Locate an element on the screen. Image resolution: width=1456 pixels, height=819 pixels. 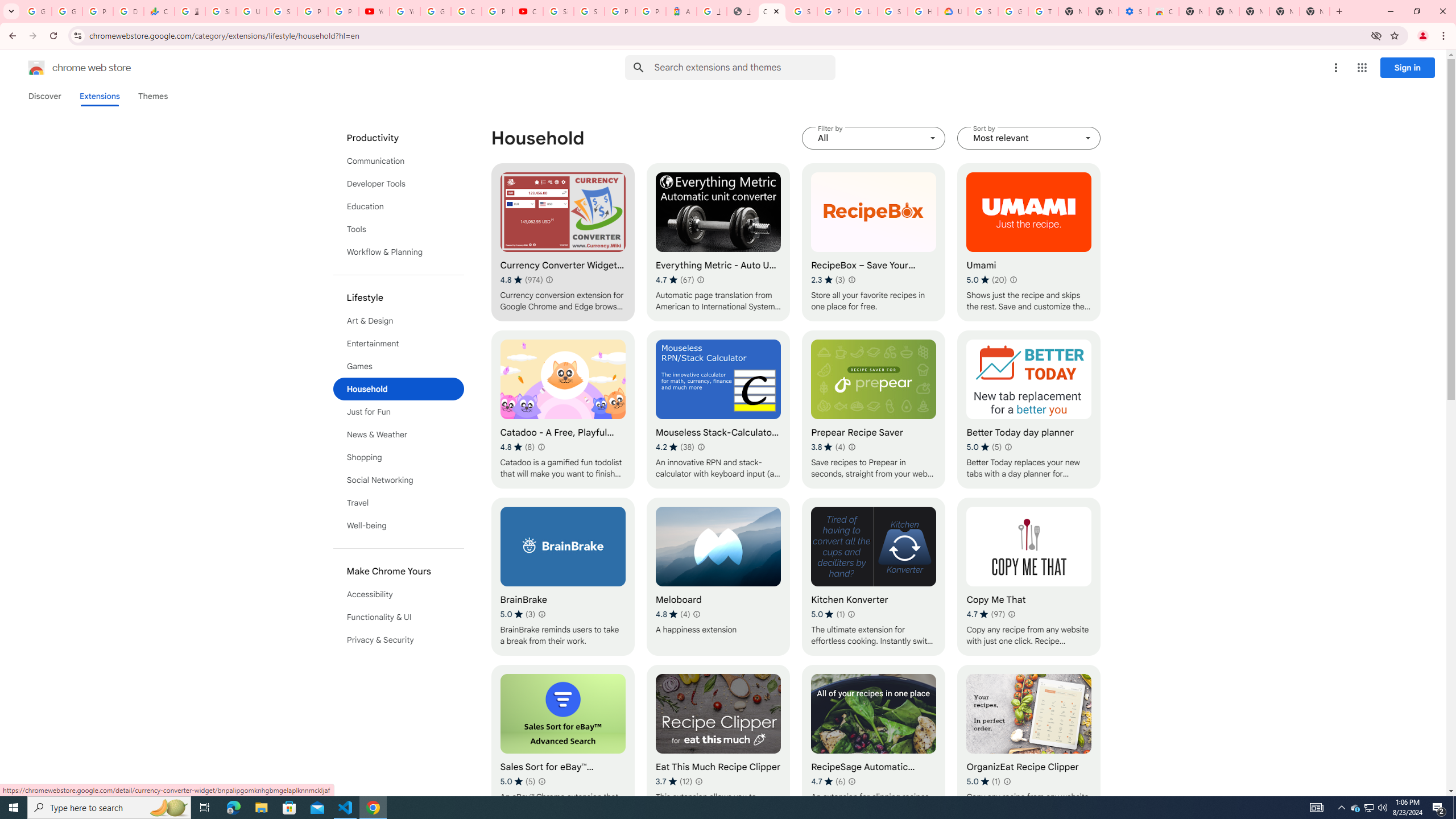
'Currencies - Google Finance' is located at coordinates (158, 11).